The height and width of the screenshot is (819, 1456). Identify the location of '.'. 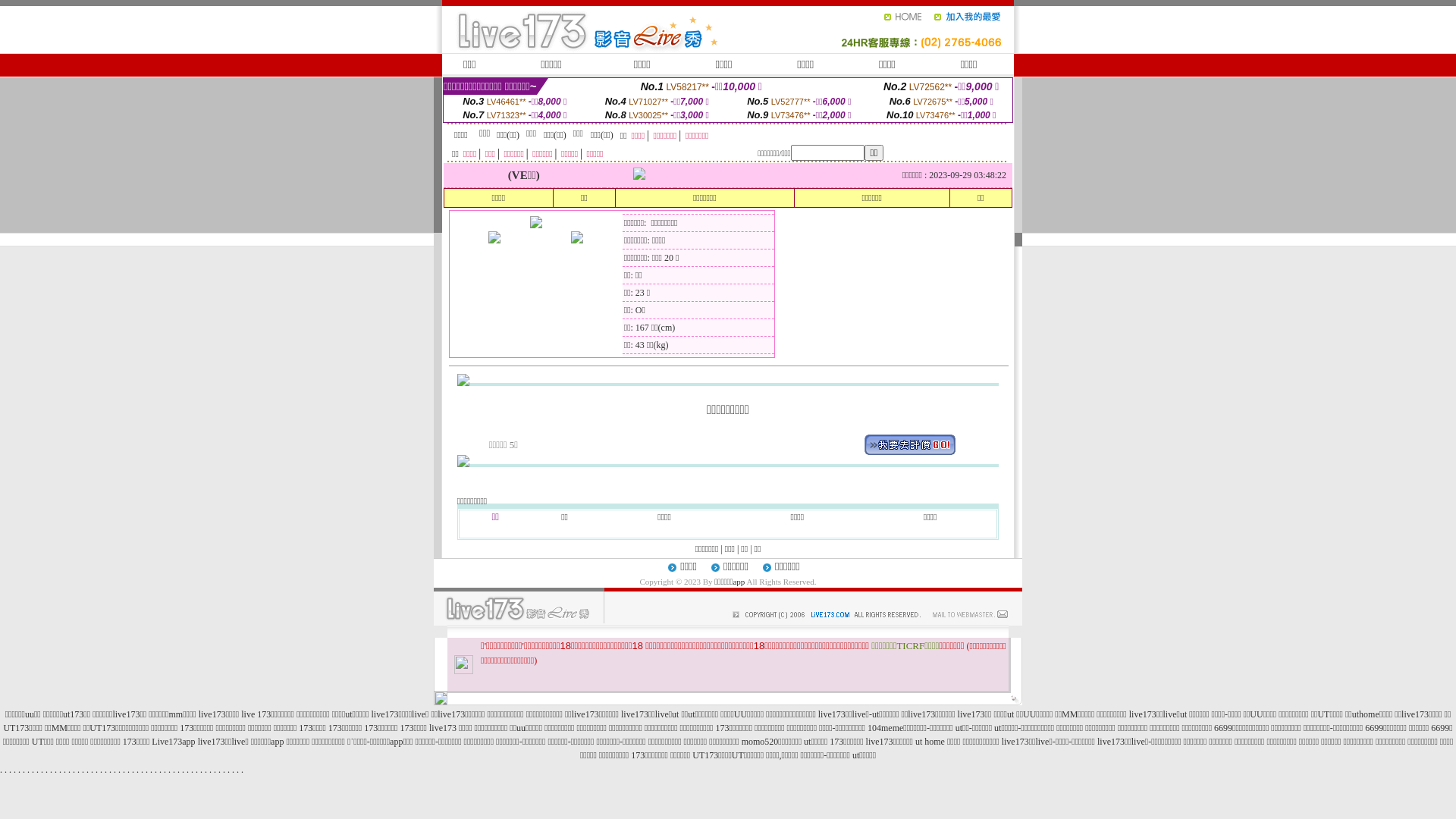
(28, 769).